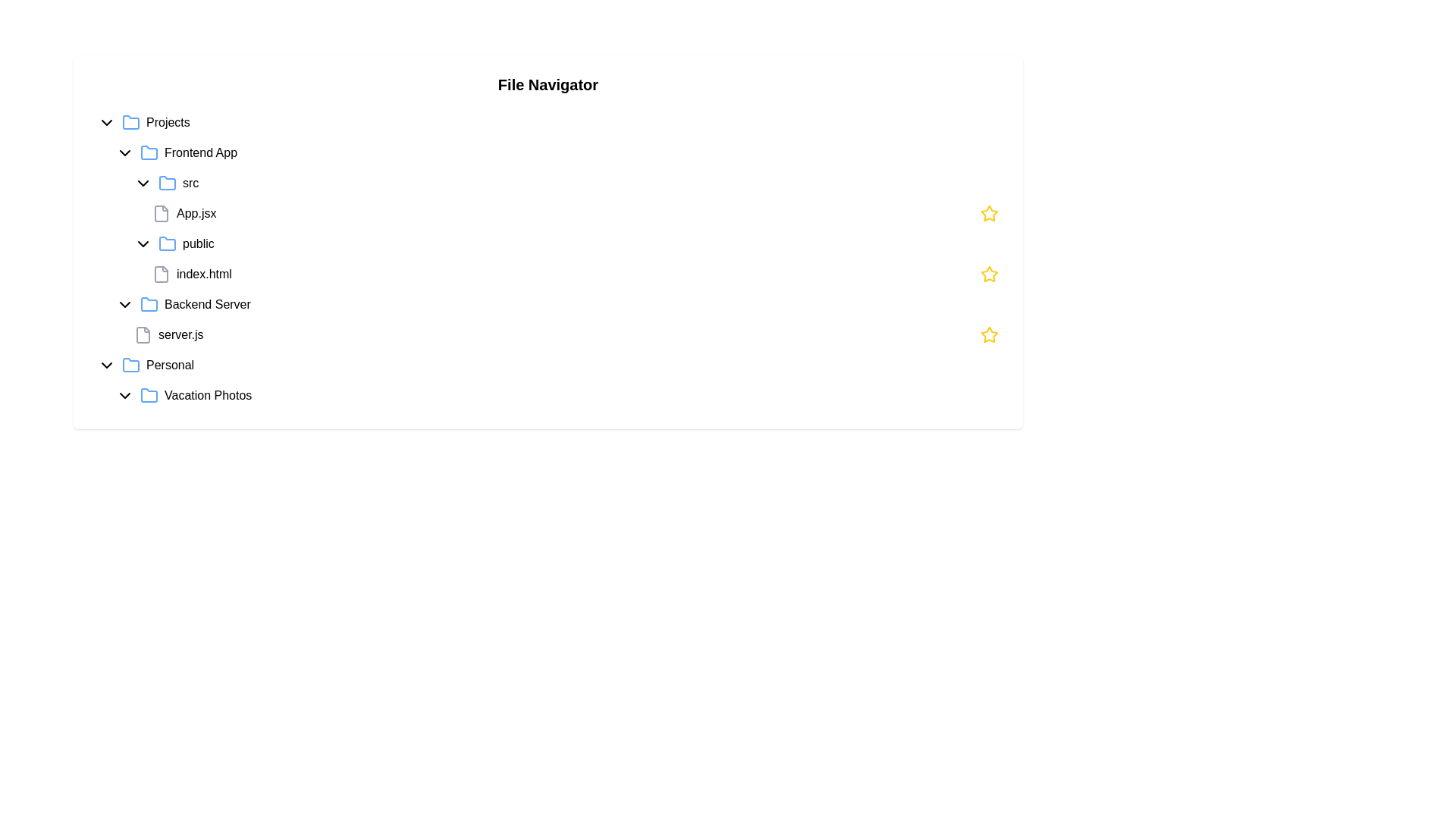 This screenshot has width=1456, height=819. Describe the element at coordinates (206, 304) in the screenshot. I see `the 'Backend Server' text label in the file navigation tree, which is styled with a medium font weight and positioned next to a blue folder icon, to possibly reveal more options` at that location.